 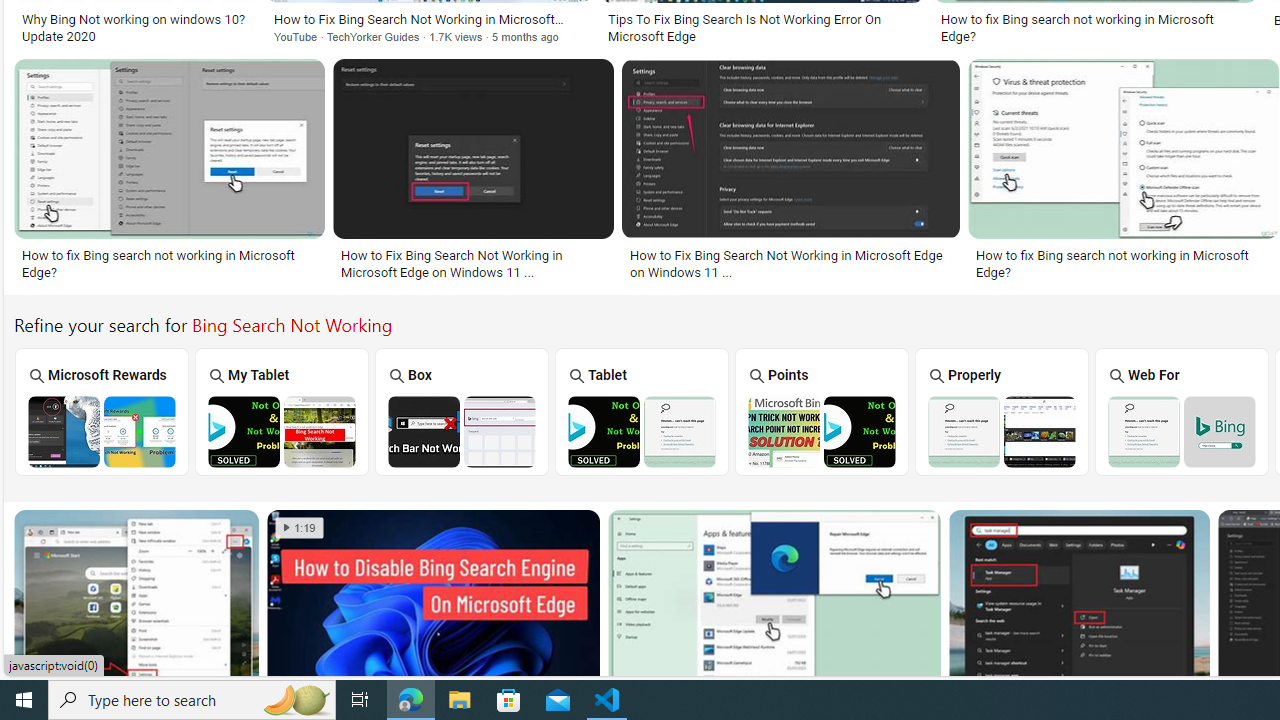 What do you see at coordinates (280, 430) in the screenshot?
I see `'Bing Search Not Working On My Tablet'` at bounding box center [280, 430].